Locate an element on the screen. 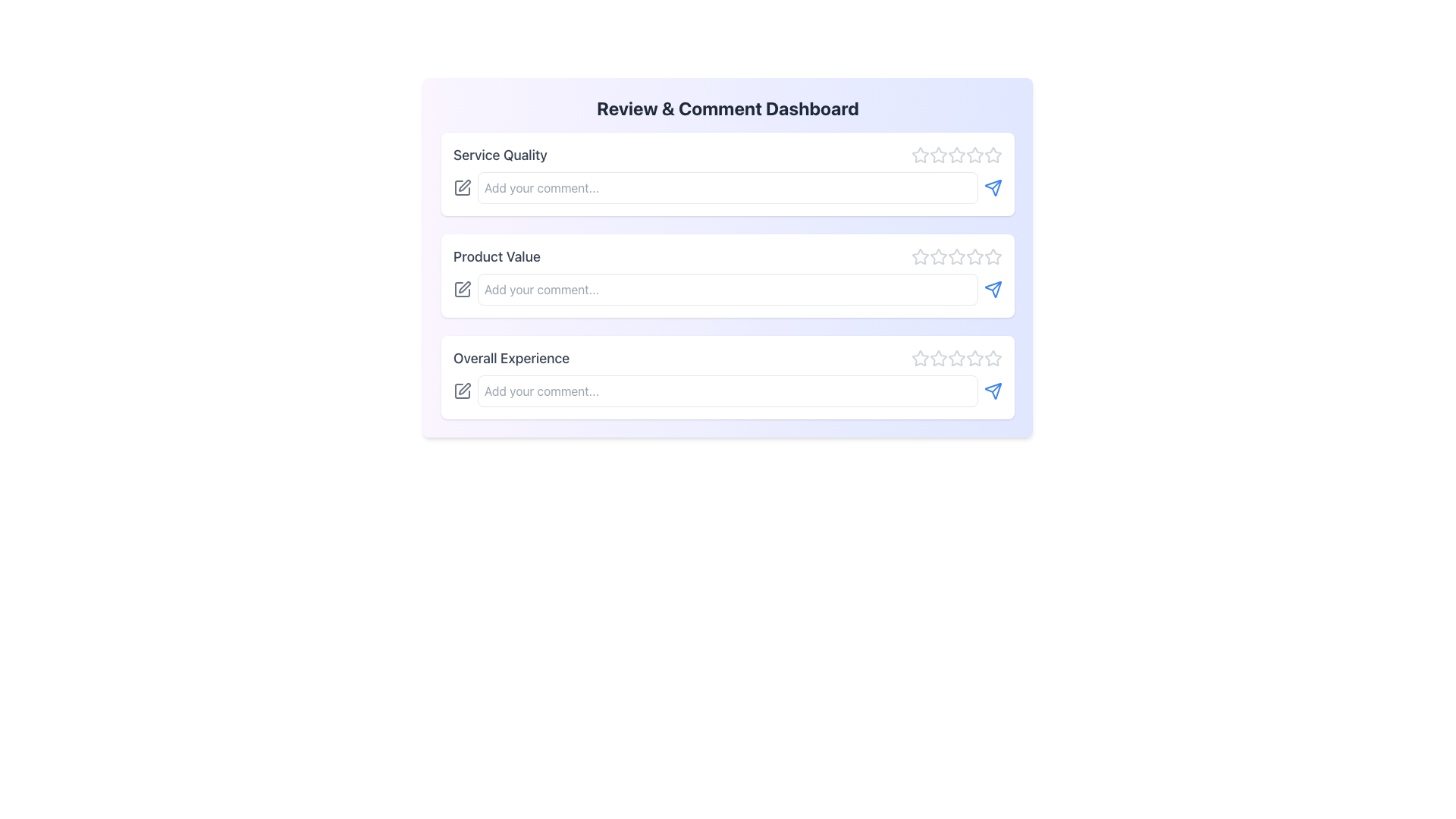 The width and height of the screenshot is (1456, 819). text in the text input field for 'Product Value' by dragging the mouse from the center point is located at coordinates (728, 289).